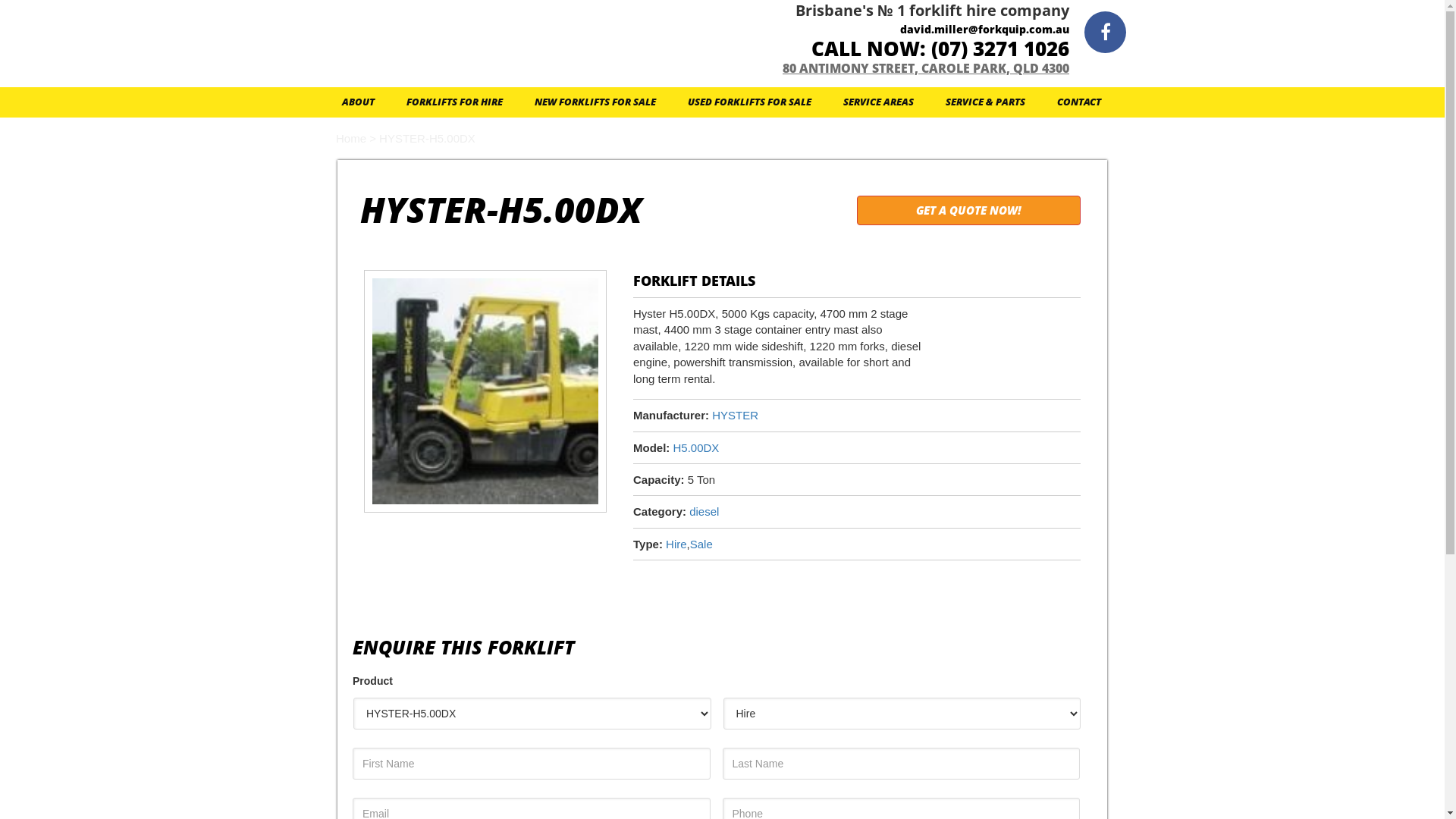  Describe the element at coordinates (711, 415) in the screenshot. I see `'HYSTER'` at that location.